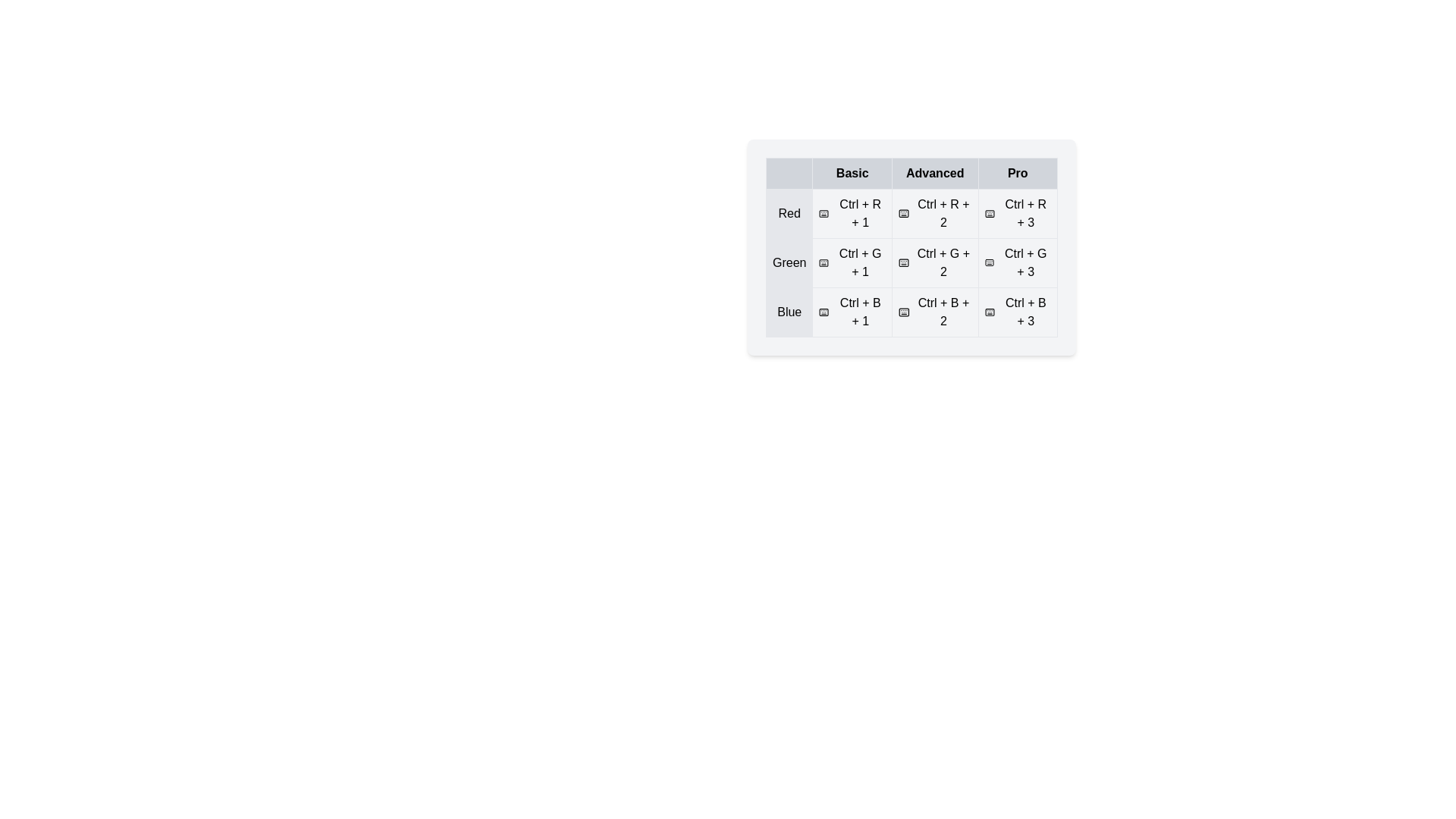 This screenshot has width=1456, height=819. Describe the element at coordinates (934, 312) in the screenshot. I see `the Static Display Text with Icon that displays 'Ctrl + B + 2', located in the third row and second column of the table` at that location.